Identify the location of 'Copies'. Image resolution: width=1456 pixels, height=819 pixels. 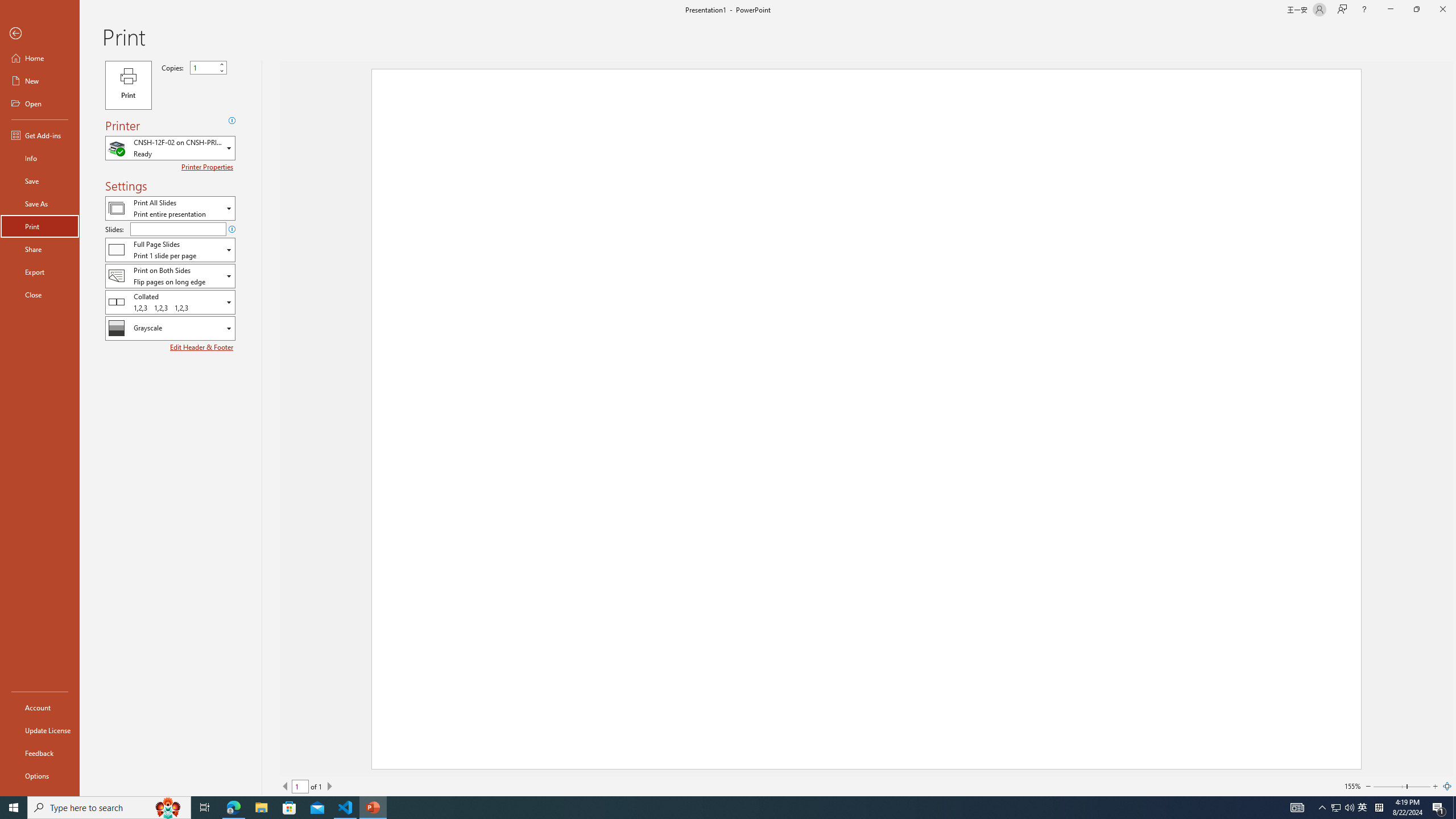
(208, 67).